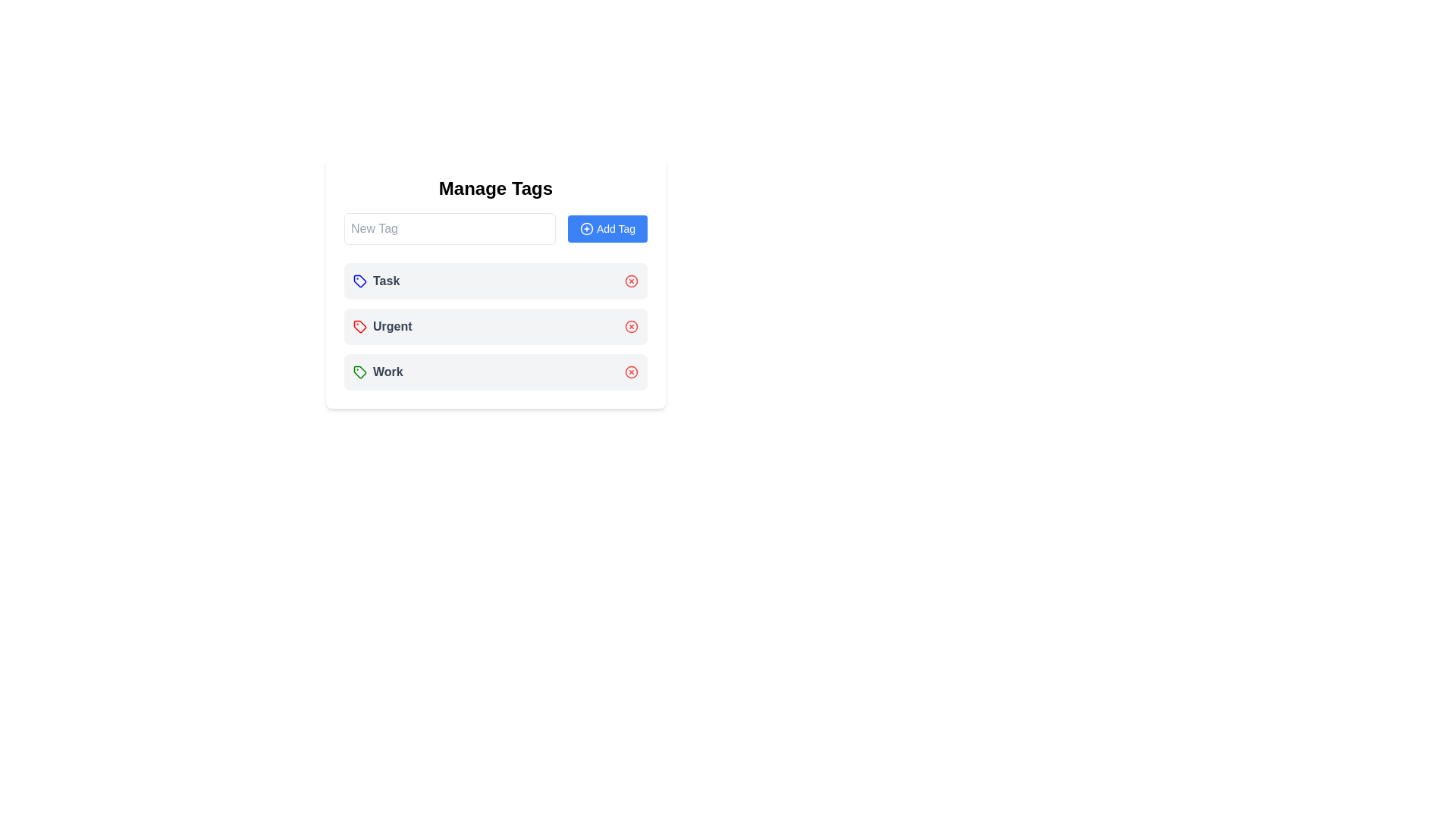 The width and height of the screenshot is (1456, 819). Describe the element at coordinates (386, 281) in the screenshot. I see `the 'Task' label which serves as a visual identification tag, located to the right of a blue tag icon in the first row of a list` at that location.